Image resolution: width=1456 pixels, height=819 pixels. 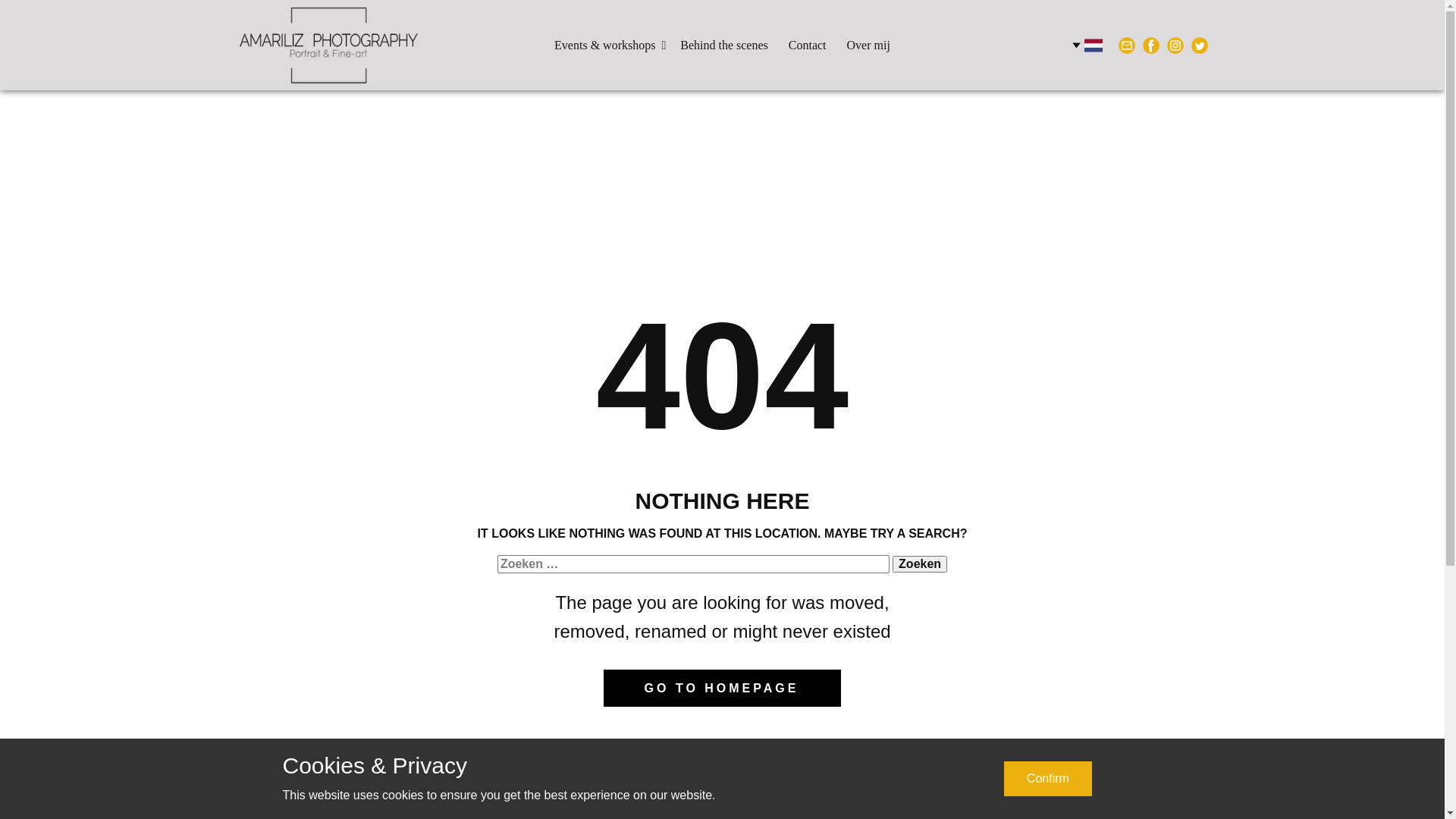 What do you see at coordinates (807, 45) in the screenshot?
I see `'Contact'` at bounding box center [807, 45].